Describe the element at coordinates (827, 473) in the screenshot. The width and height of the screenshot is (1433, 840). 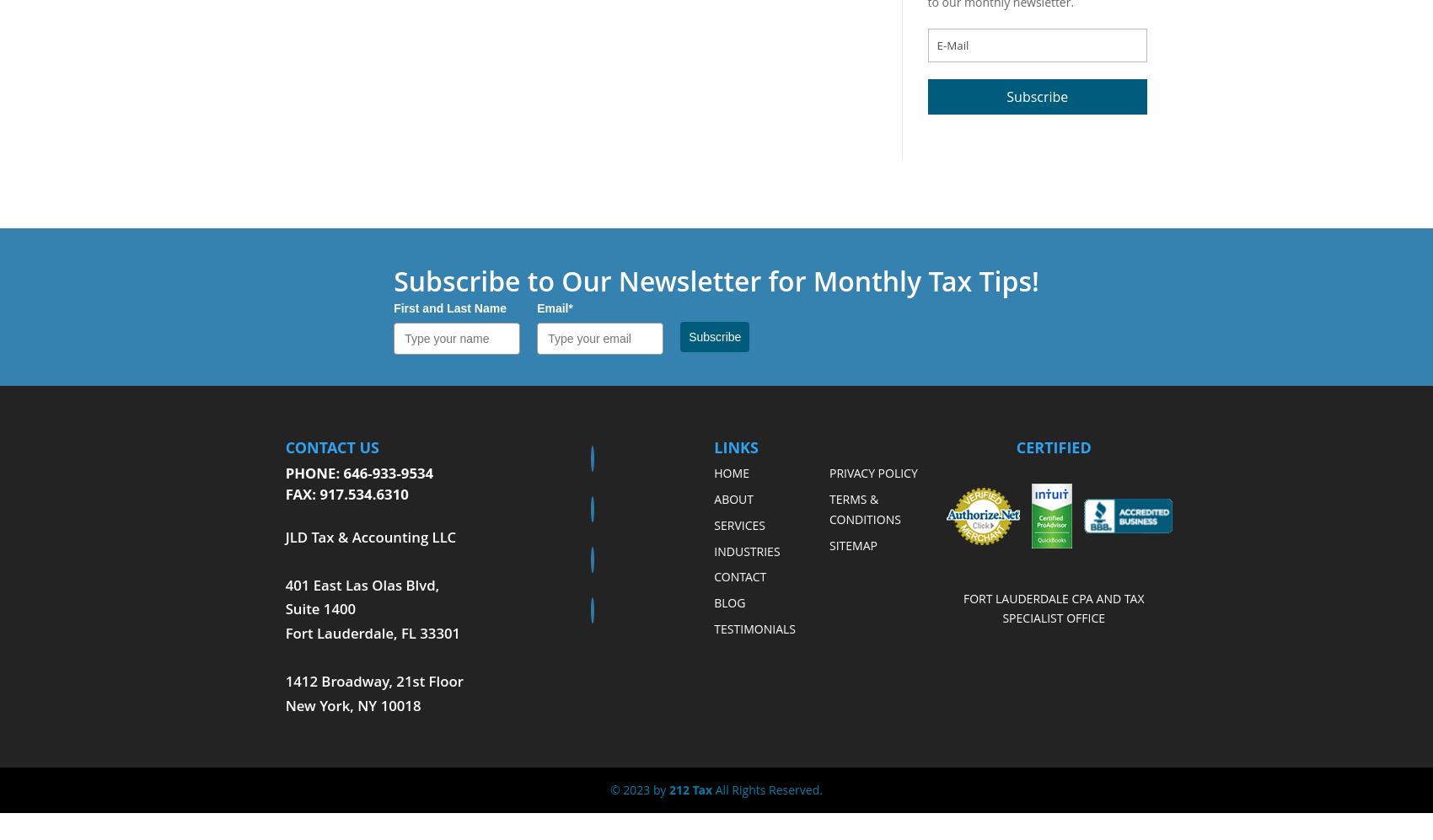
I see `'PRIVACY POLICY'` at that location.